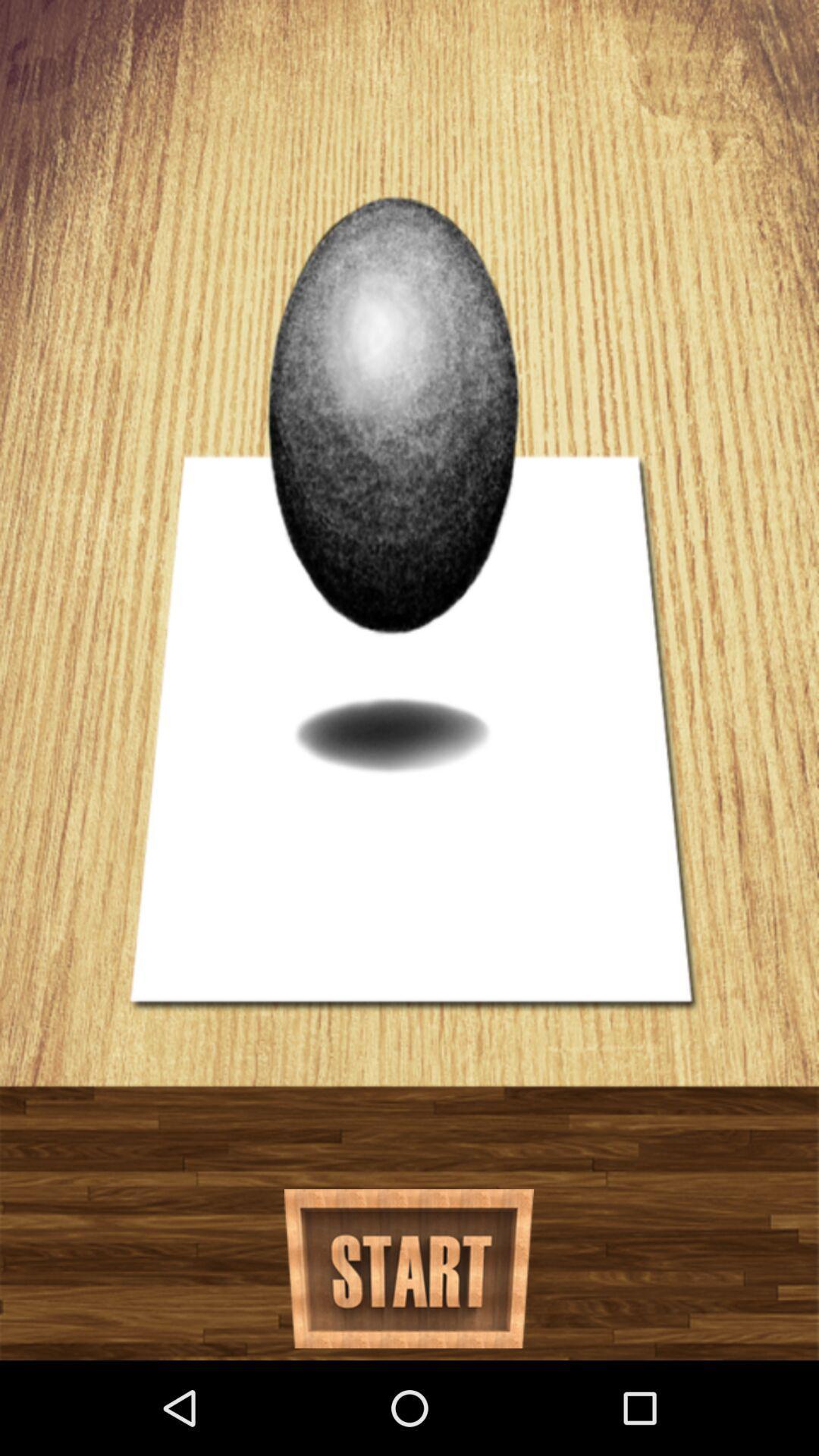  What do you see at coordinates (408, 1269) in the screenshot?
I see `start button` at bounding box center [408, 1269].